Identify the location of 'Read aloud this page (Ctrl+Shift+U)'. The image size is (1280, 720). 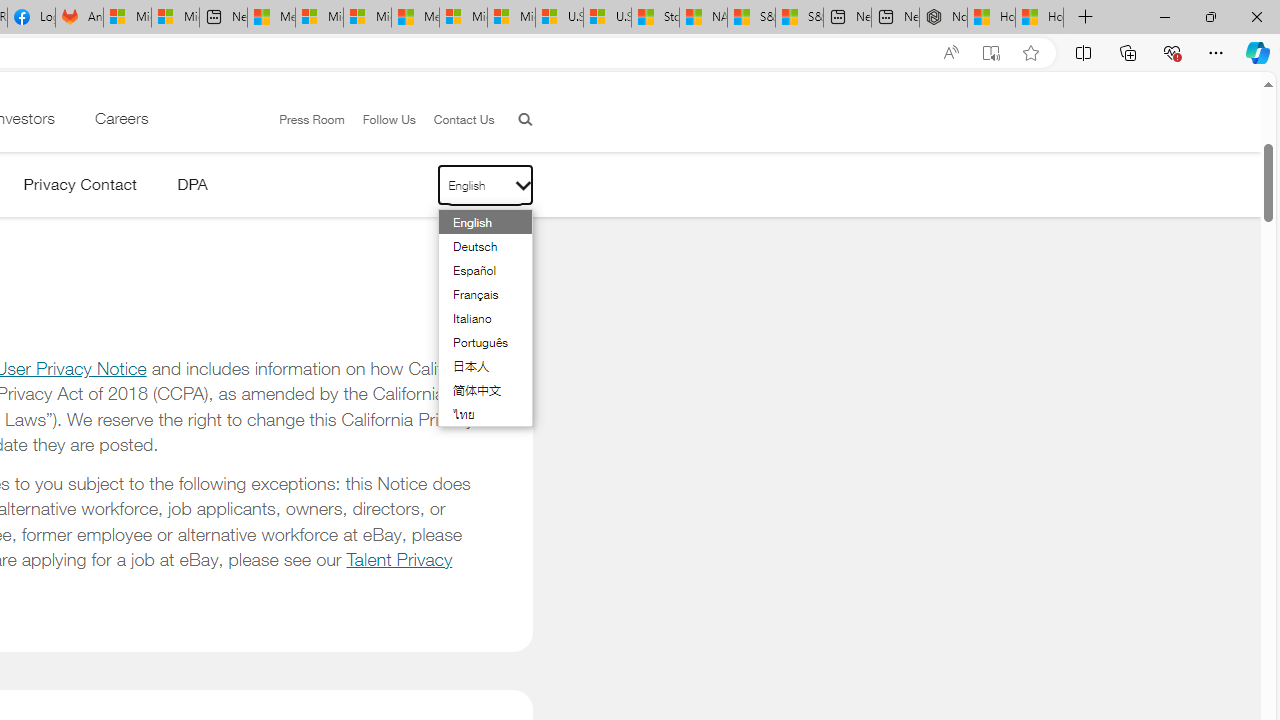
(950, 52).